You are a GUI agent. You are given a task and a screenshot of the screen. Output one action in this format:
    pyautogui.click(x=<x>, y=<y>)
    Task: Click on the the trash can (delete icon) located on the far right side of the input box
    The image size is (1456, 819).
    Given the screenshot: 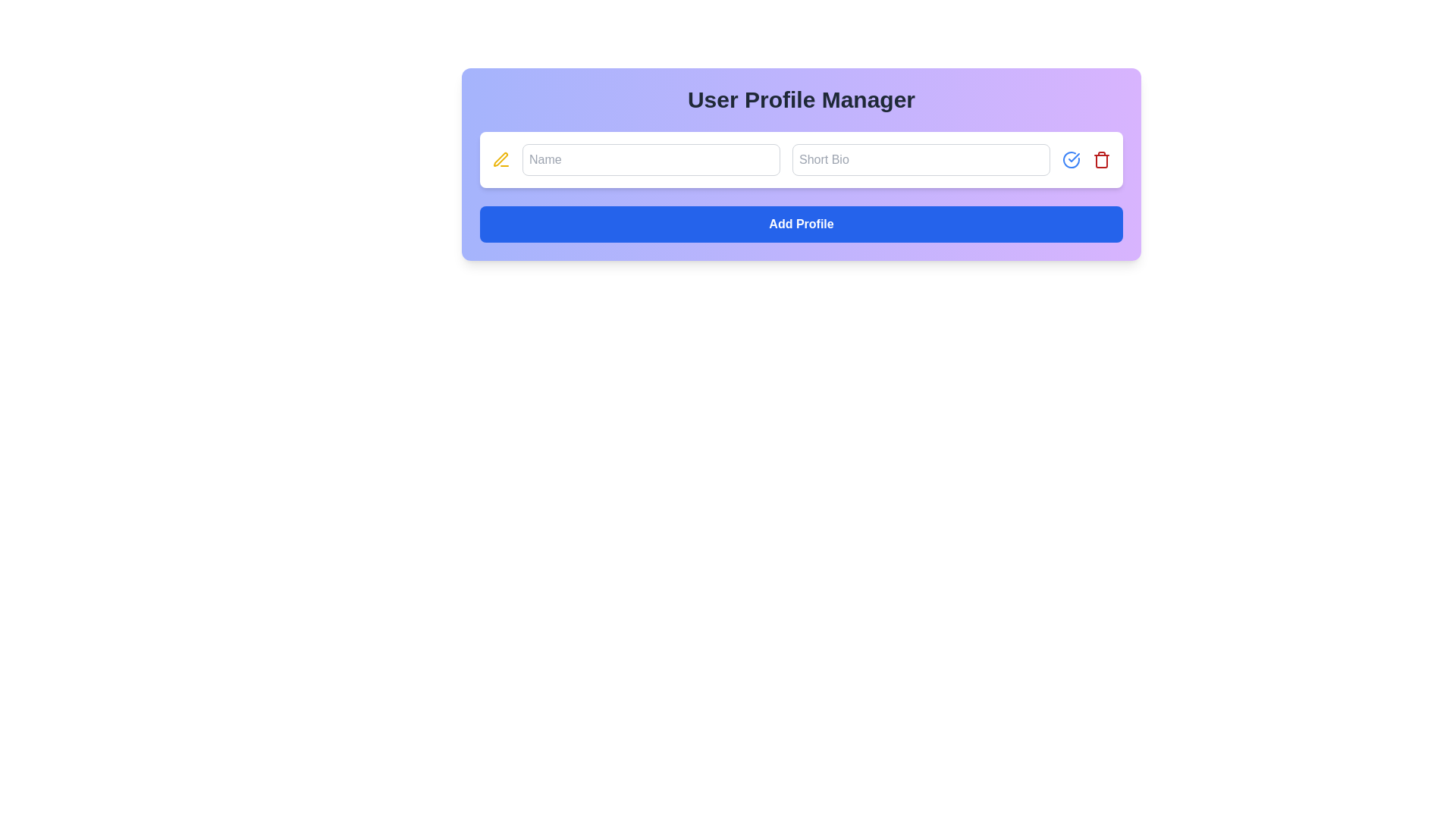 What is the action you would take?
    pyautogui.click(x=1102, y=160)
    